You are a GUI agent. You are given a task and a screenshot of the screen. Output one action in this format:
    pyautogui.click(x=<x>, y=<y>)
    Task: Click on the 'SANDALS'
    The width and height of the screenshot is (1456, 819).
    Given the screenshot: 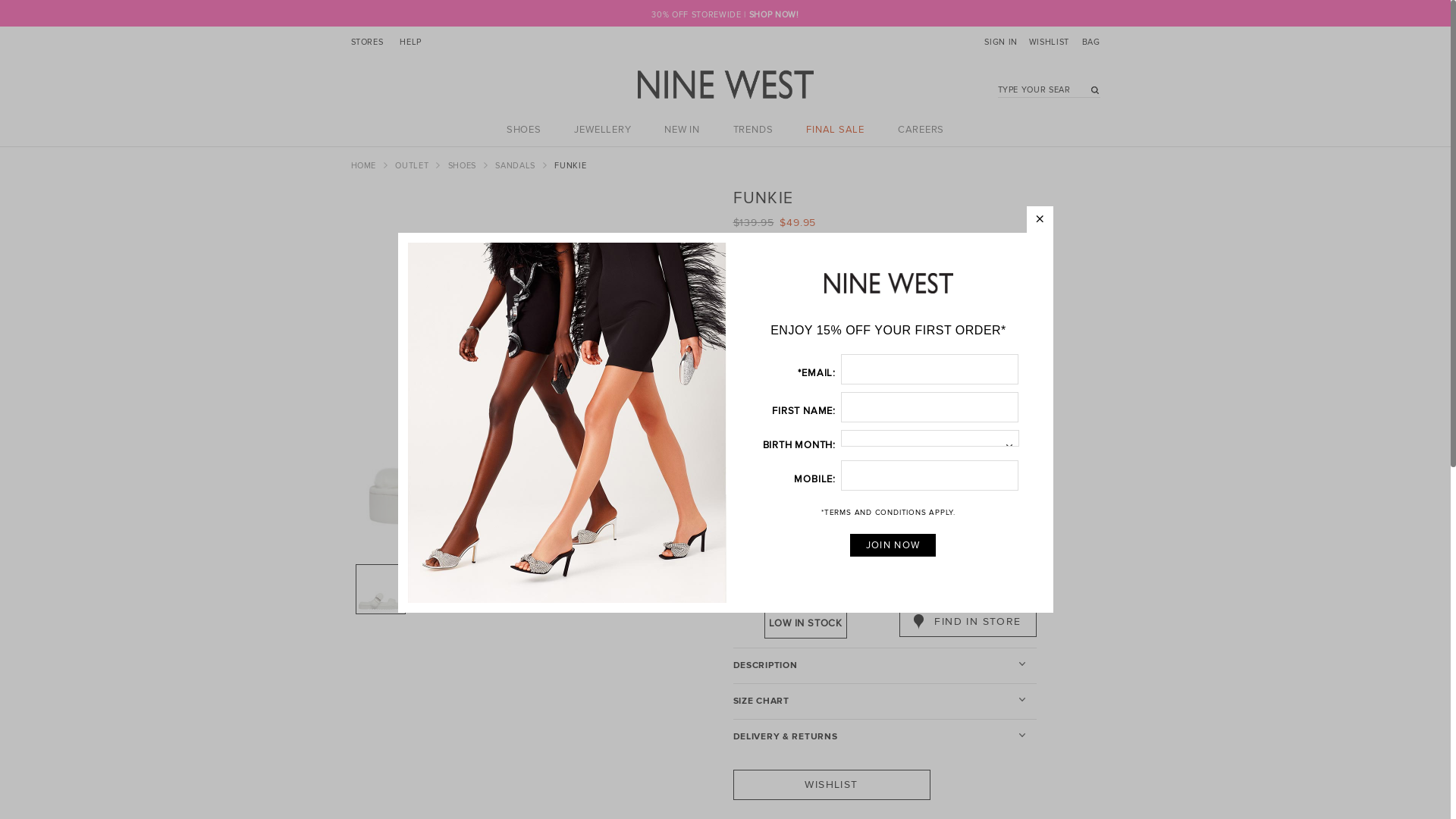 What is the action you would take?
    pyautogui.click(x=494, y=165)
    